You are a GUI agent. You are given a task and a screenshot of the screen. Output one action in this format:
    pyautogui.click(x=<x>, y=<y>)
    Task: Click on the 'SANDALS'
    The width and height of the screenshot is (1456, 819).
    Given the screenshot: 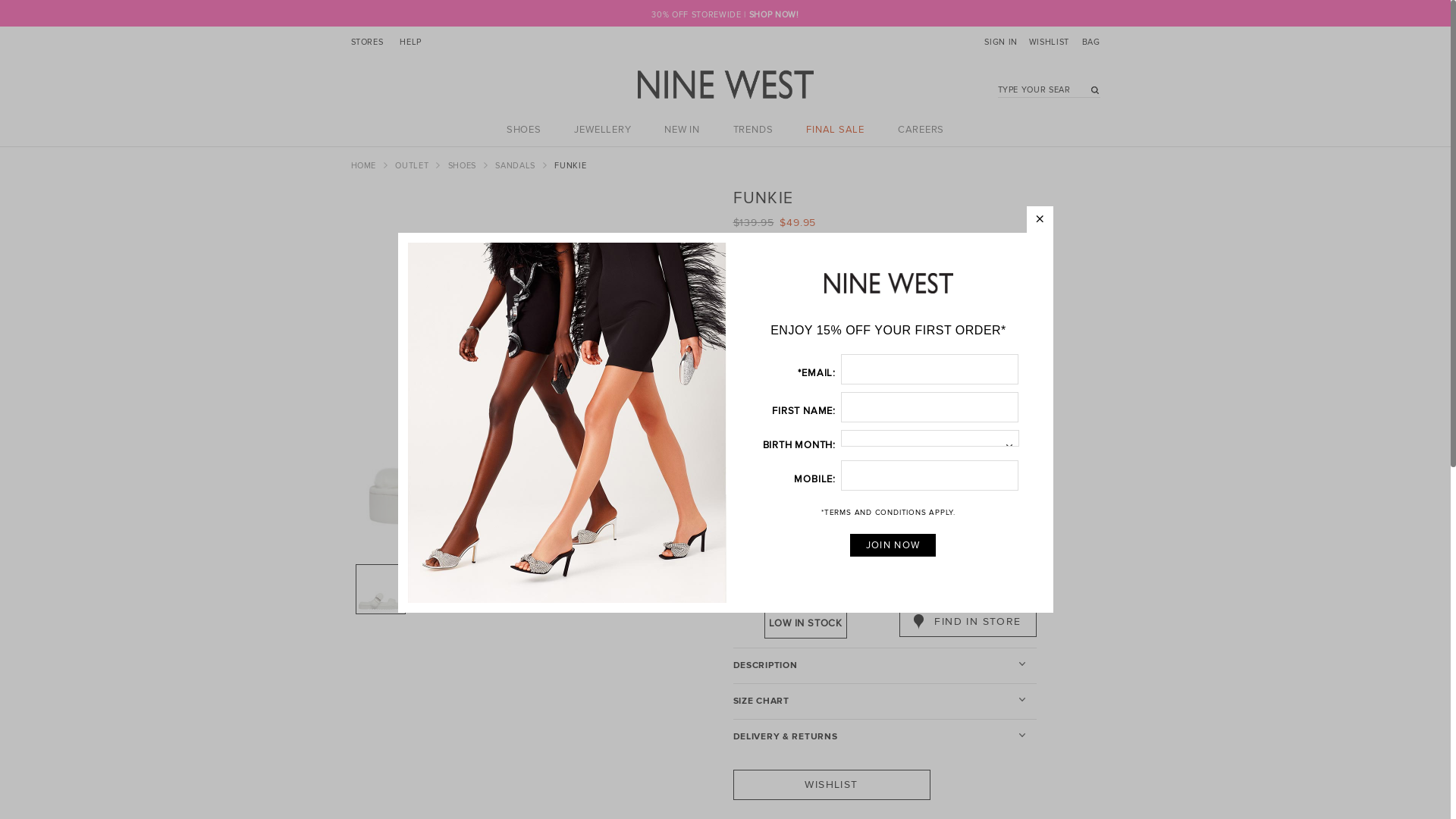 What is the action you would take?
    pyautogui.click(x=494, y=165)
    